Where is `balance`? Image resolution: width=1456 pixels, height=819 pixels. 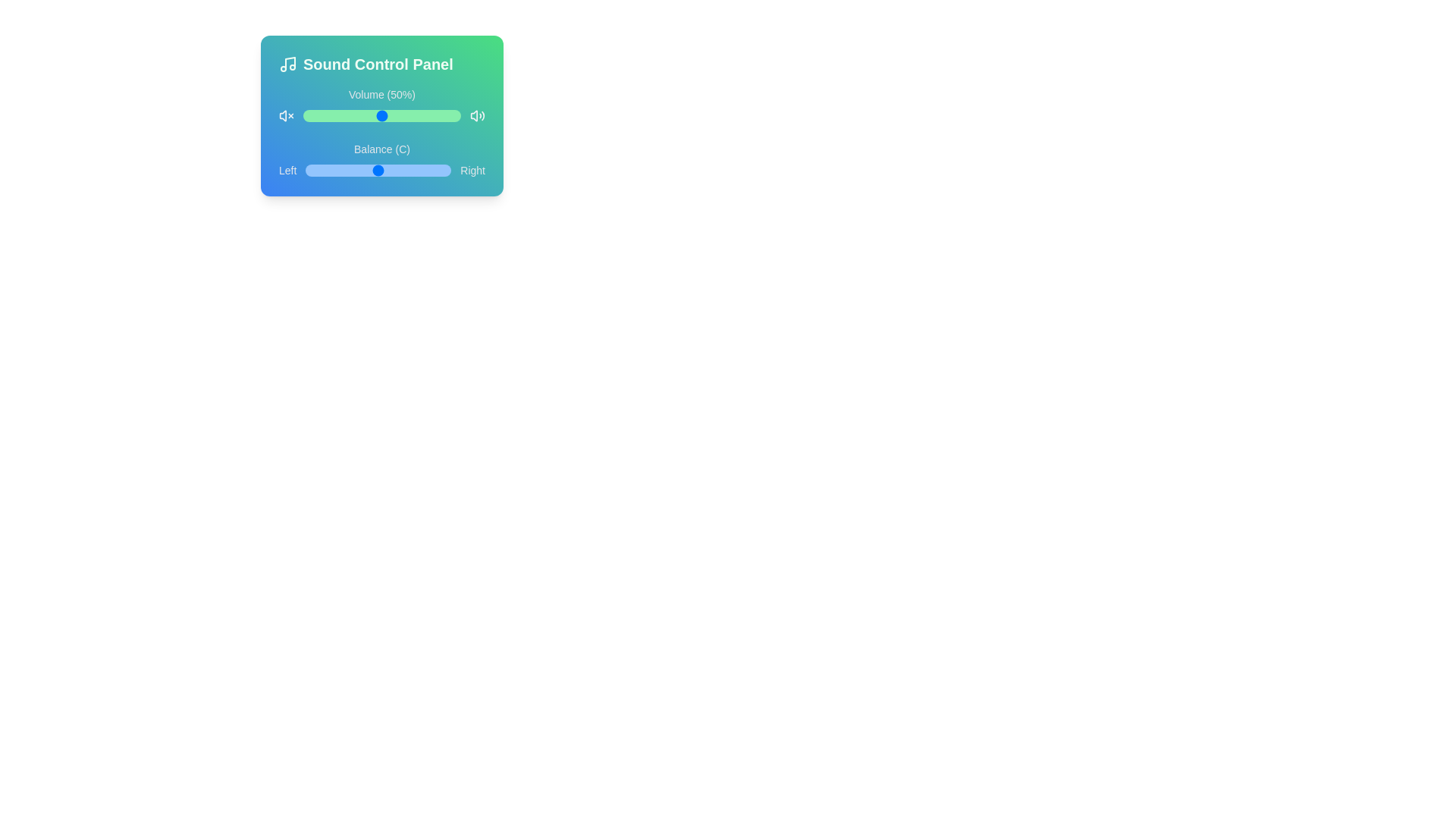
balance is located at coordinates (374, 170).